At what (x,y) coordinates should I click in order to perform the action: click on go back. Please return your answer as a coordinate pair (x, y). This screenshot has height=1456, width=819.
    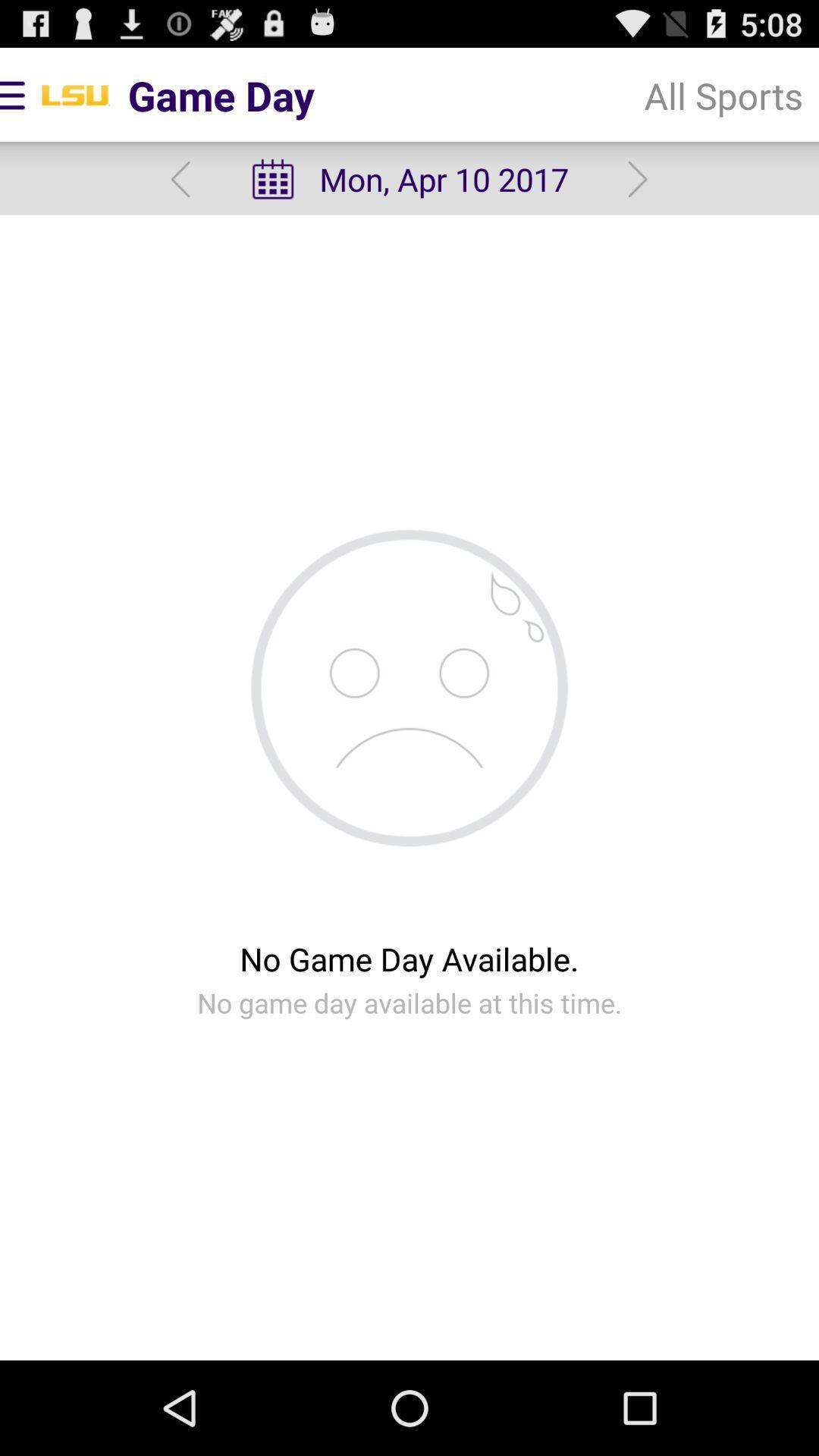
    Looking at the image, I should click on (180, 179).